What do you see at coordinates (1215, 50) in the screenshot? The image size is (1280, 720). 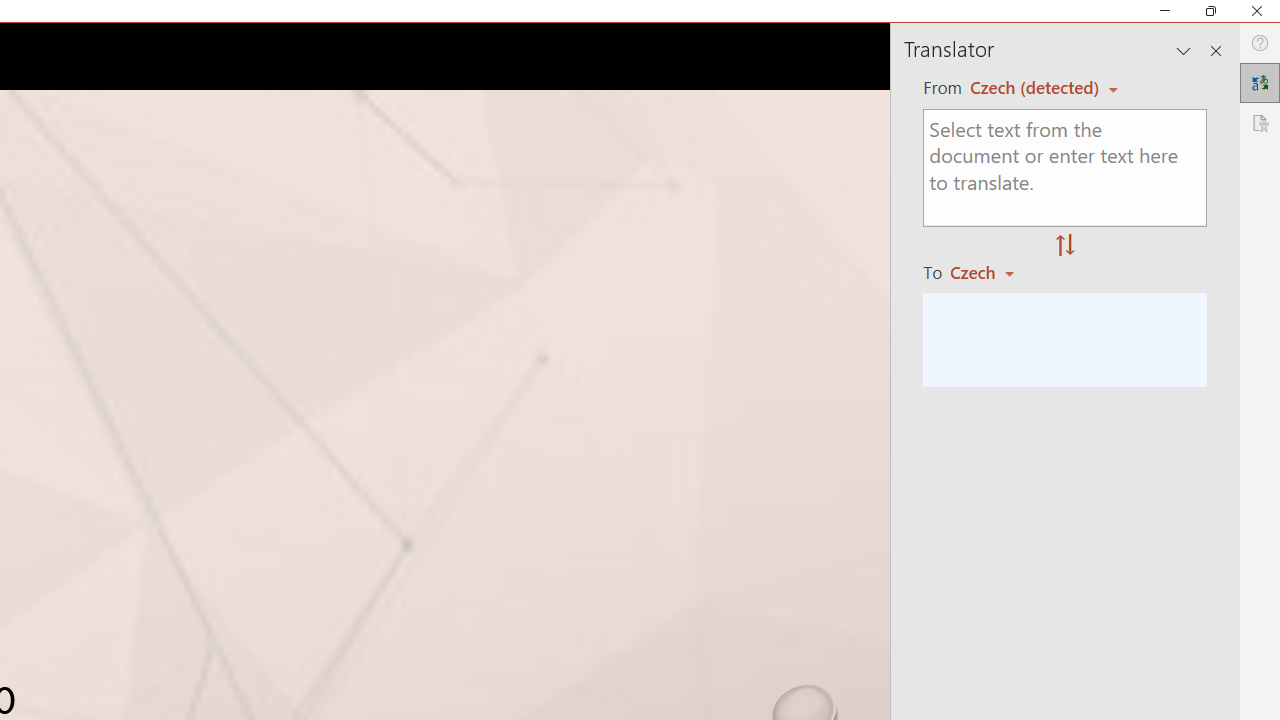 I see `'Close pane'` at bounding box center [1215, 50].